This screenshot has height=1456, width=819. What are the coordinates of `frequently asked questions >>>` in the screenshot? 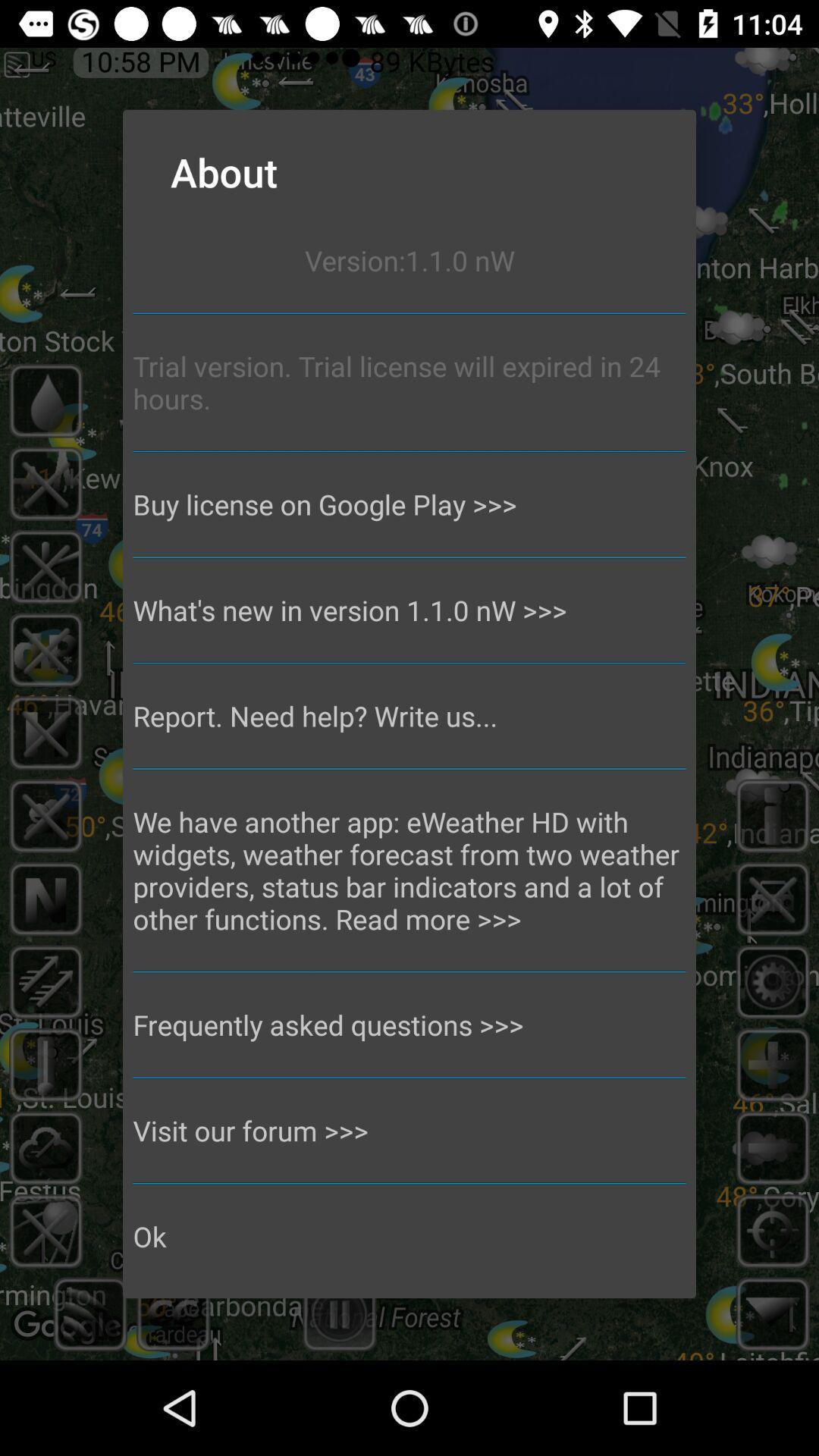 It's located at (409, 1025).